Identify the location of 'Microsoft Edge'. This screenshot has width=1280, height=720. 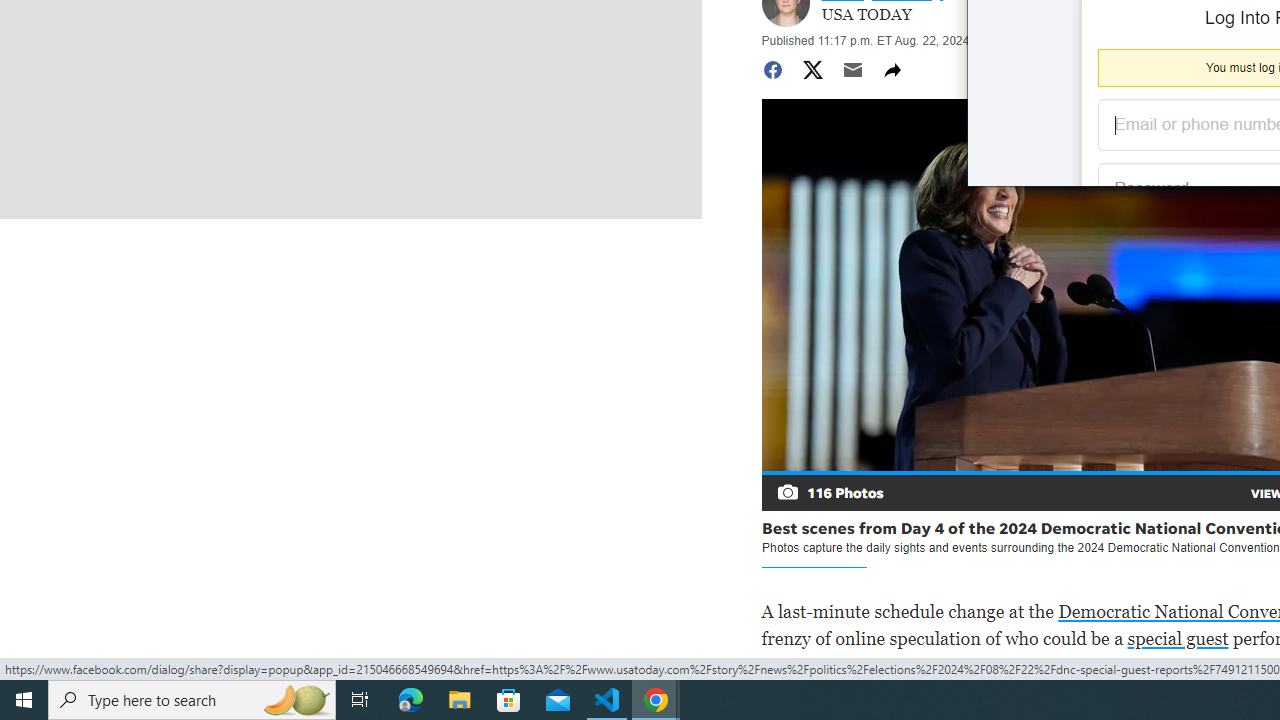
(410, 698).